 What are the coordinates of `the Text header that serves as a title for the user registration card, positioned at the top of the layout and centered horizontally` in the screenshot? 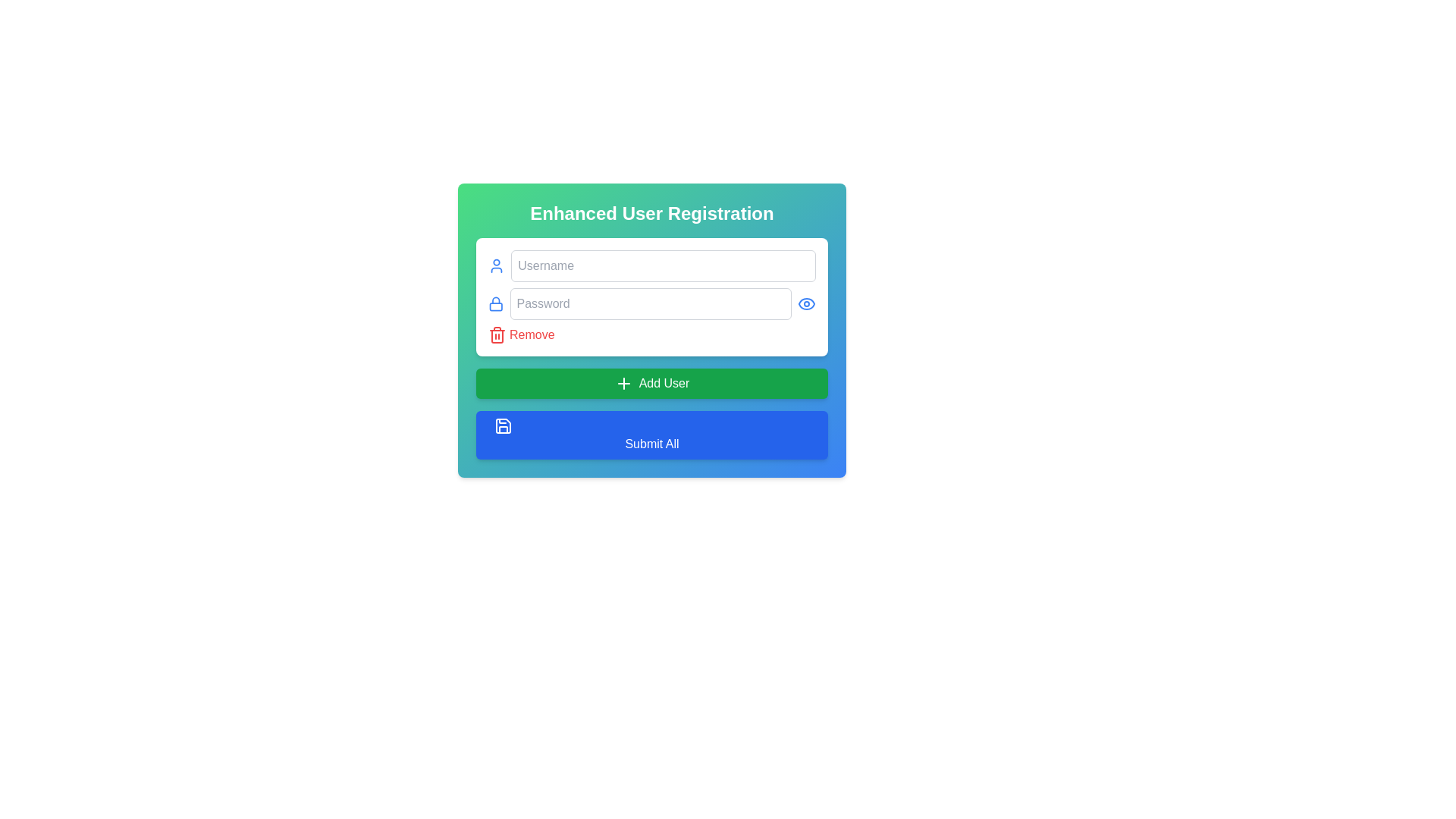 It's located at (651, 213).